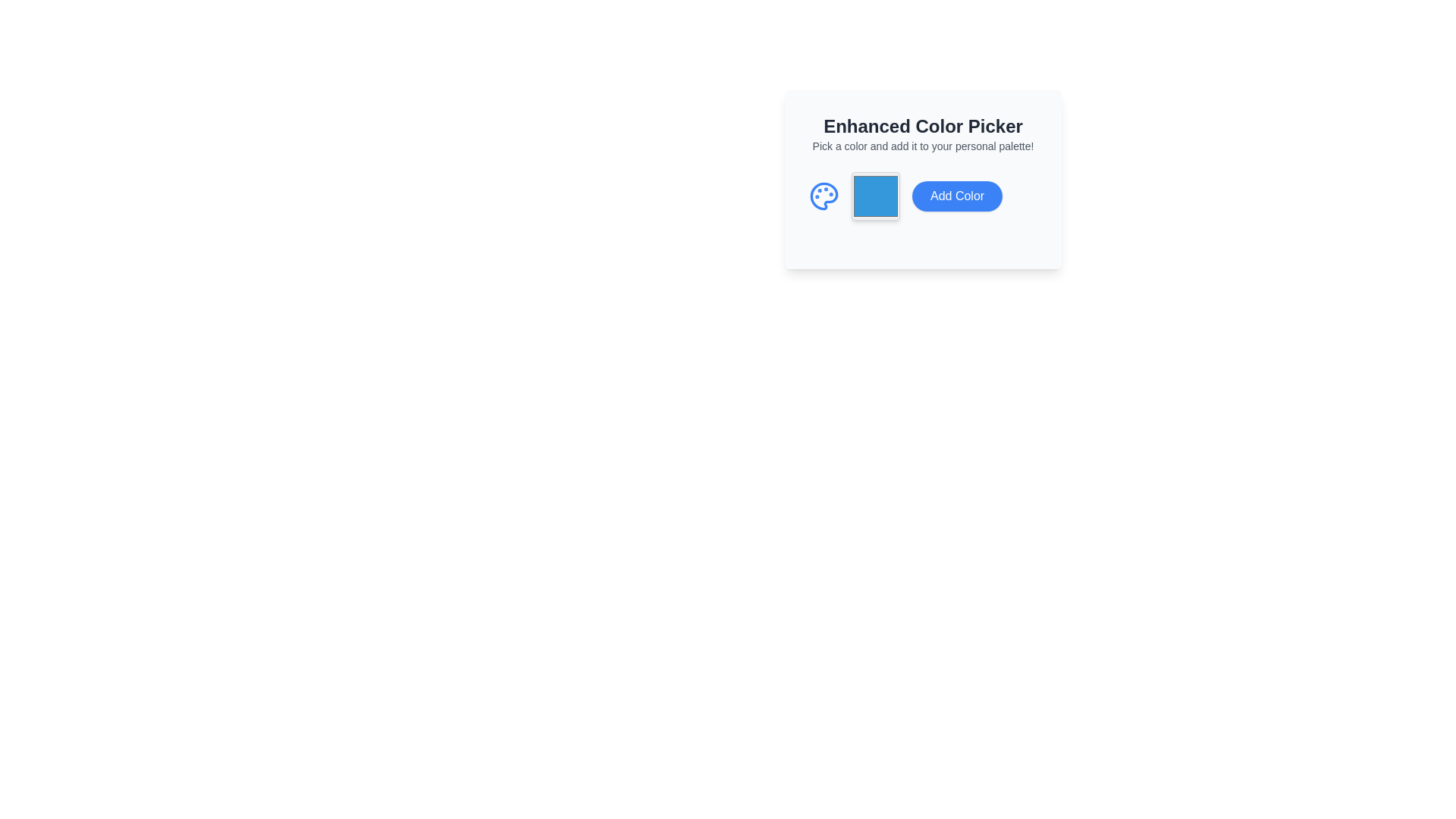 The image size is (1456, 819). Describe the element at coordinates (922, 208) in the screenshot. I see `the 'Add Color' button in the 'Enhanced Color Picker' for accessibility navigation` at that location.